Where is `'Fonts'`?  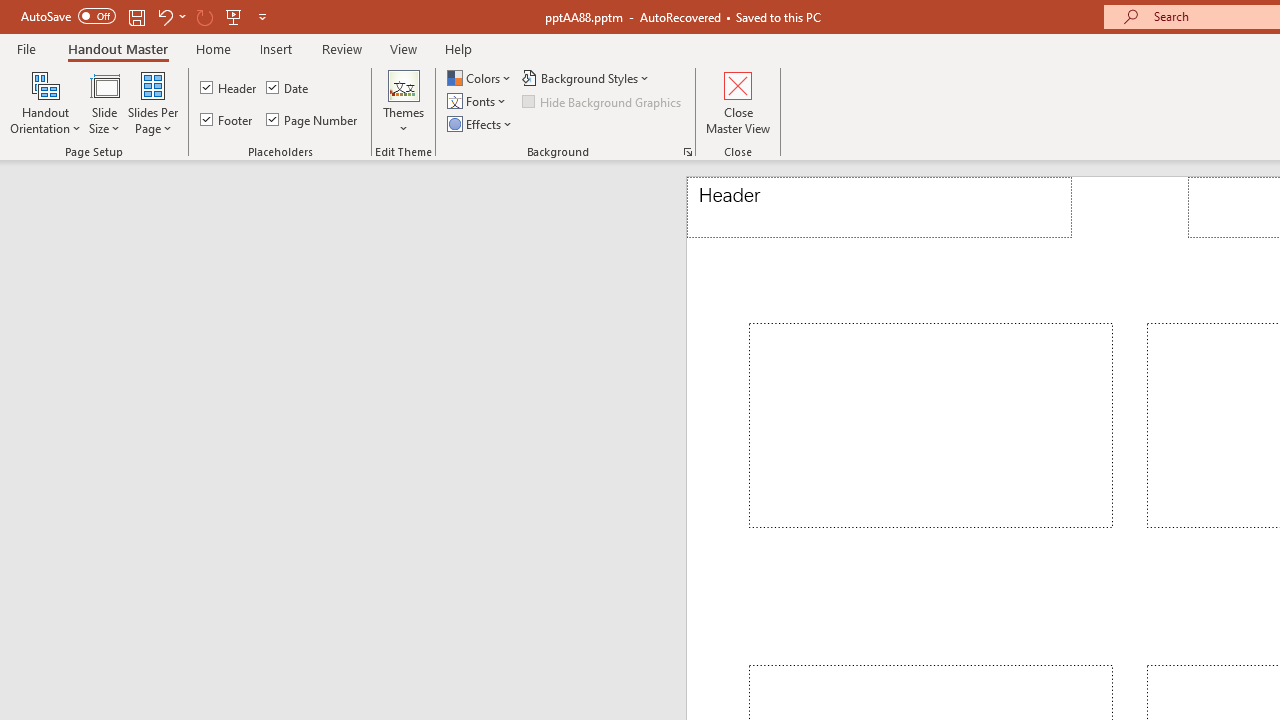
'Fonts' is located at coordinates (477, 101).